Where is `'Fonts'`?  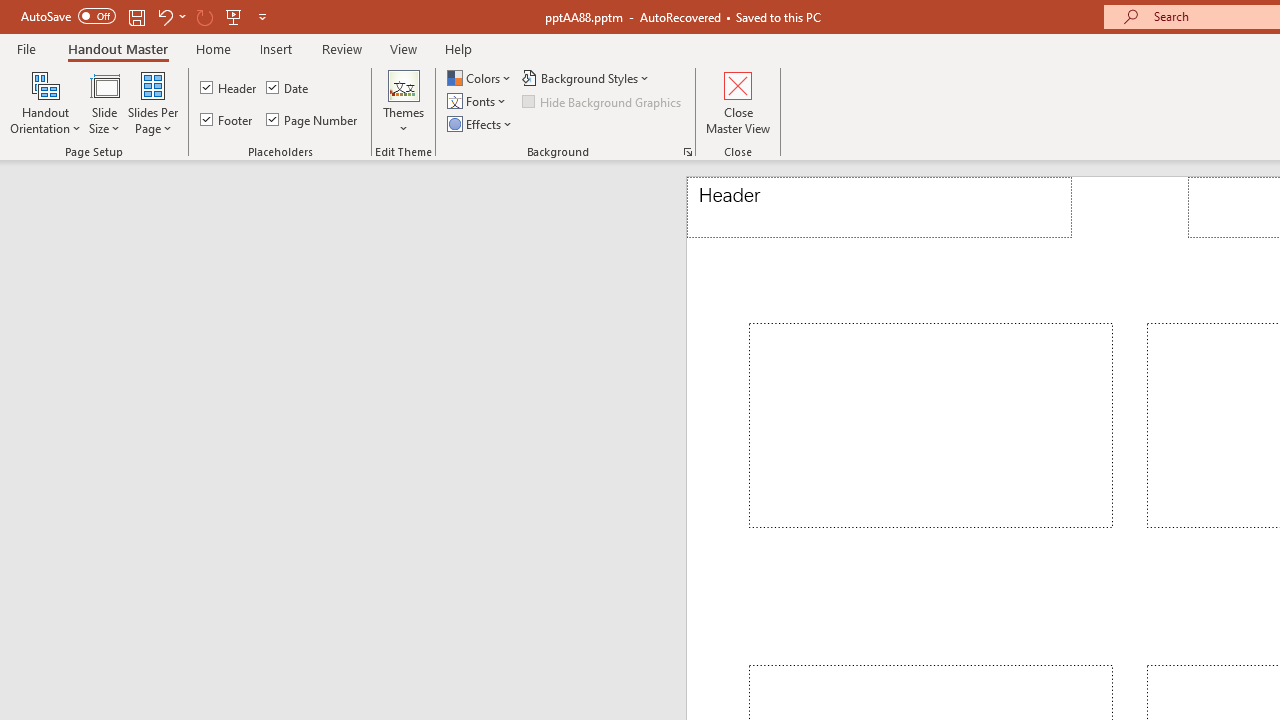
'Fonts' is located at coordinates (477, 101).